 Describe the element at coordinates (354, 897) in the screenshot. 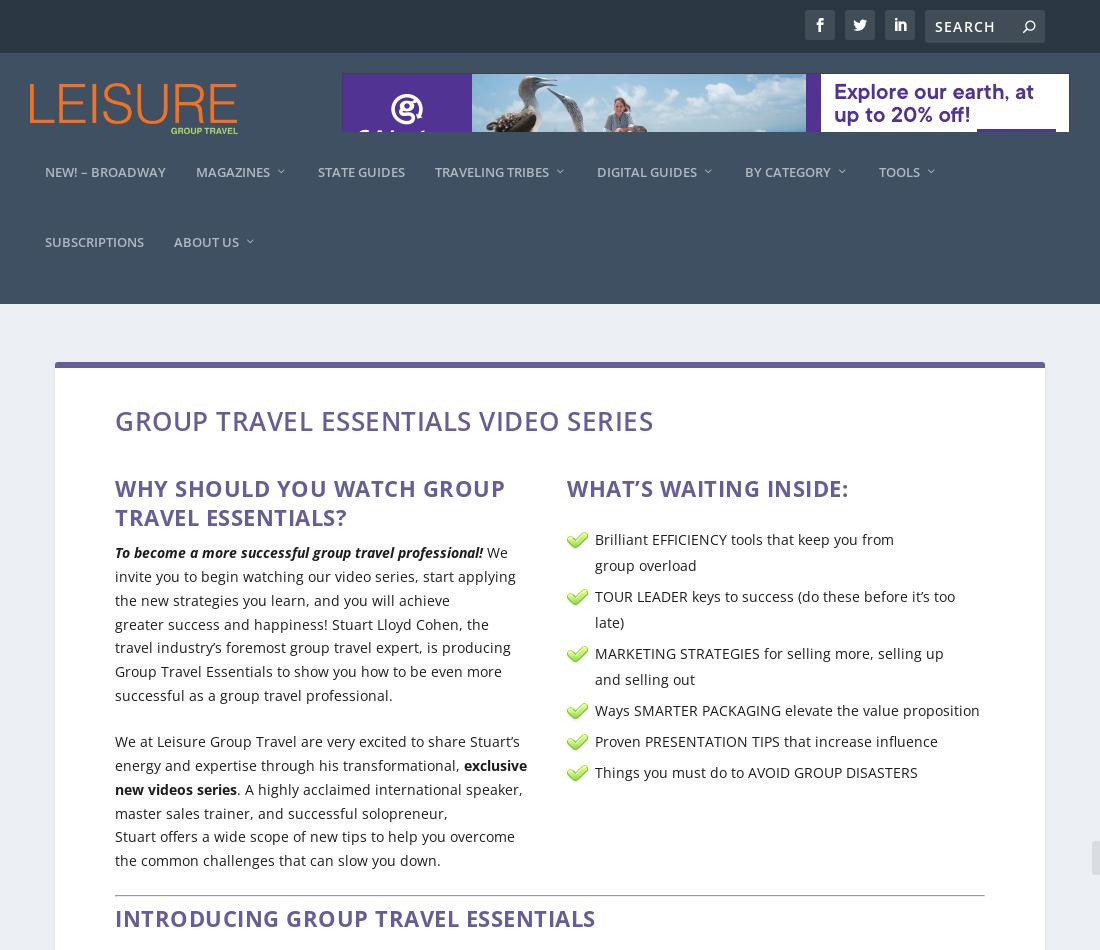

I see `'Introducing Group Travel Essentials'` at that location.